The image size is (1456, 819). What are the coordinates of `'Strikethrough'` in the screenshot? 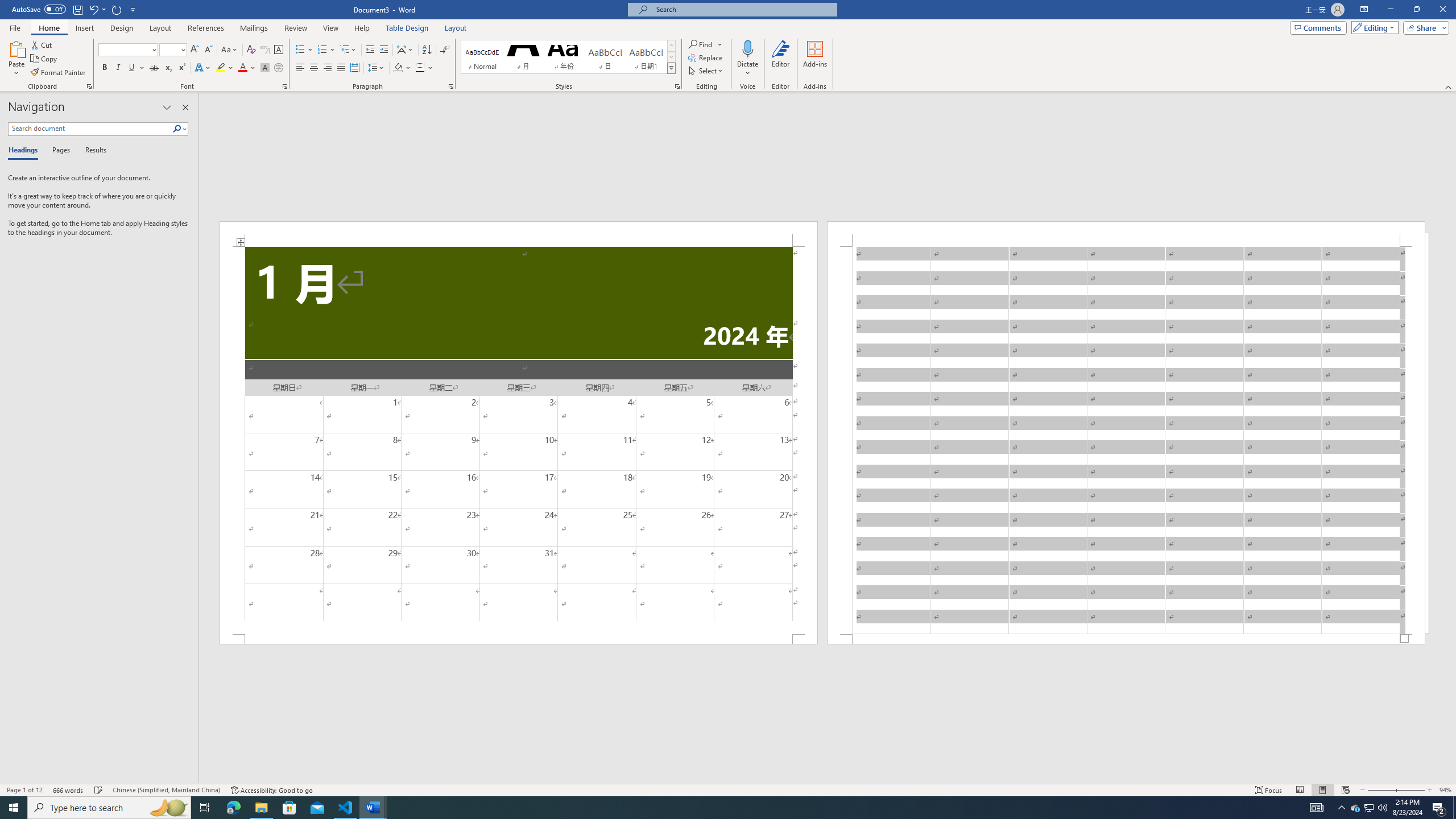 It's located at (154, 67).